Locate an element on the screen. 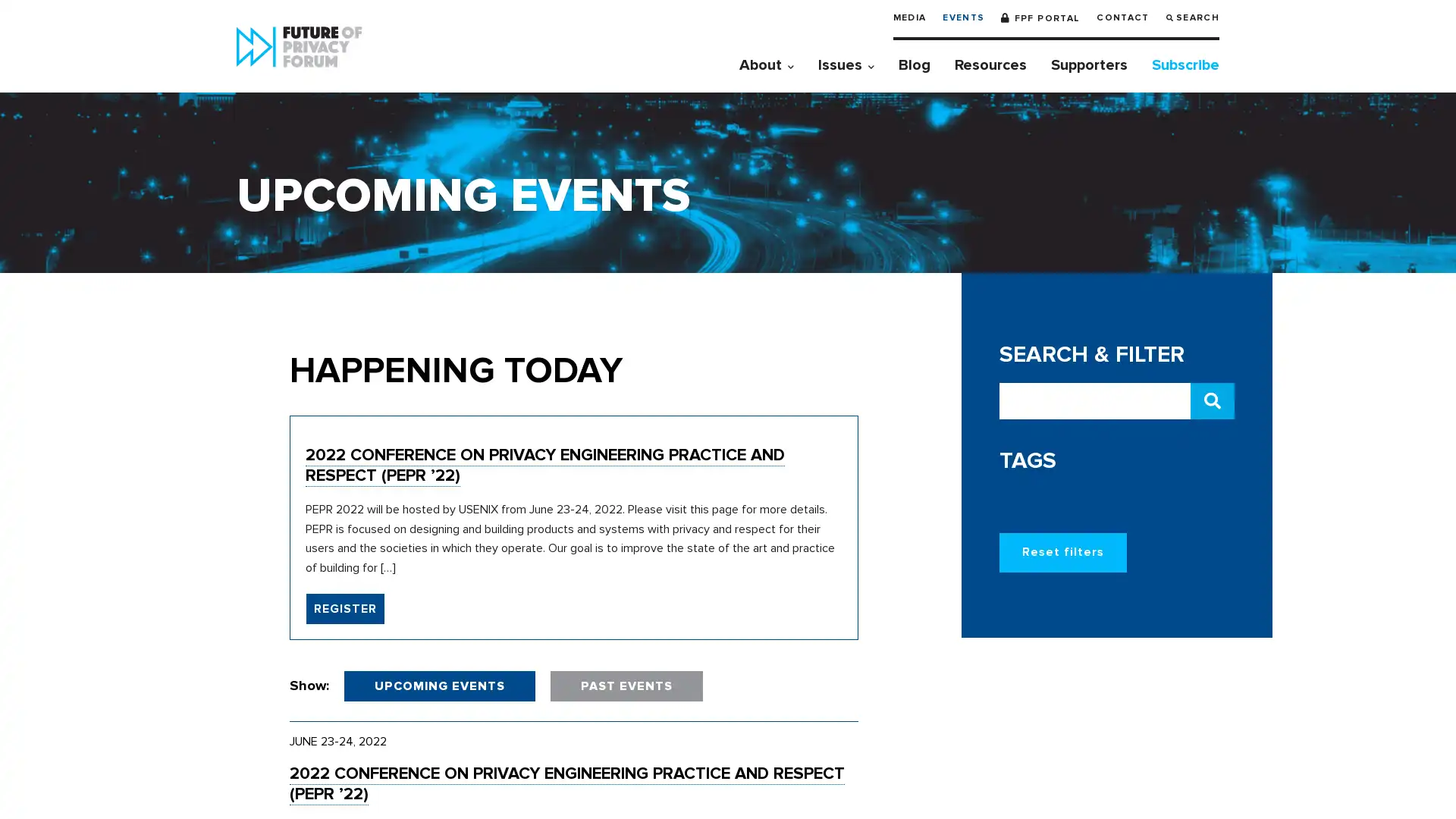 The height and width of the screenshot is (819, 1456). Reset filters is located at coordinates (1062, 552).